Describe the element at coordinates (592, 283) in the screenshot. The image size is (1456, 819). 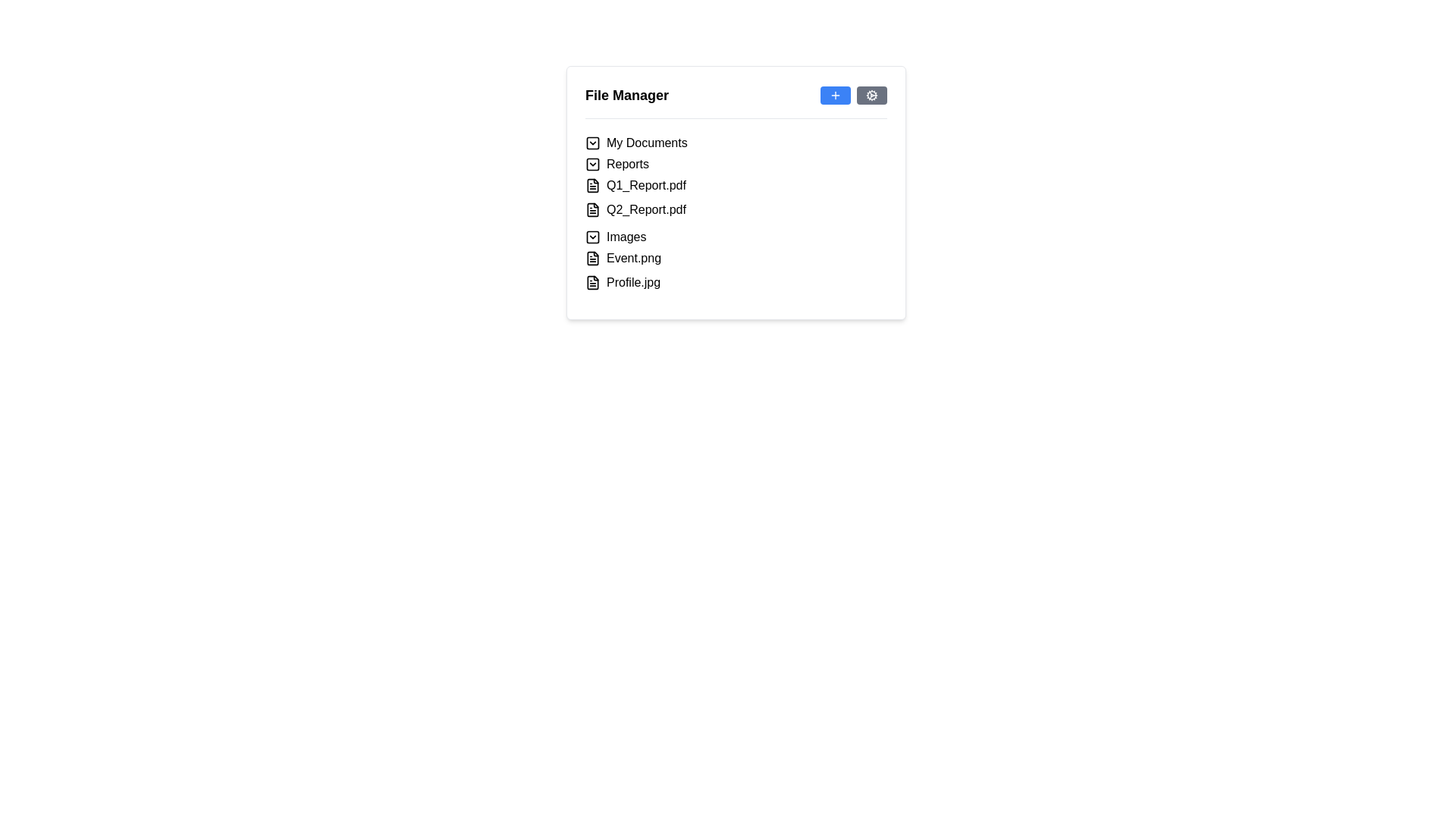
I see `the small document icon located to the left of the 'Profile.jpg' text` at that location.